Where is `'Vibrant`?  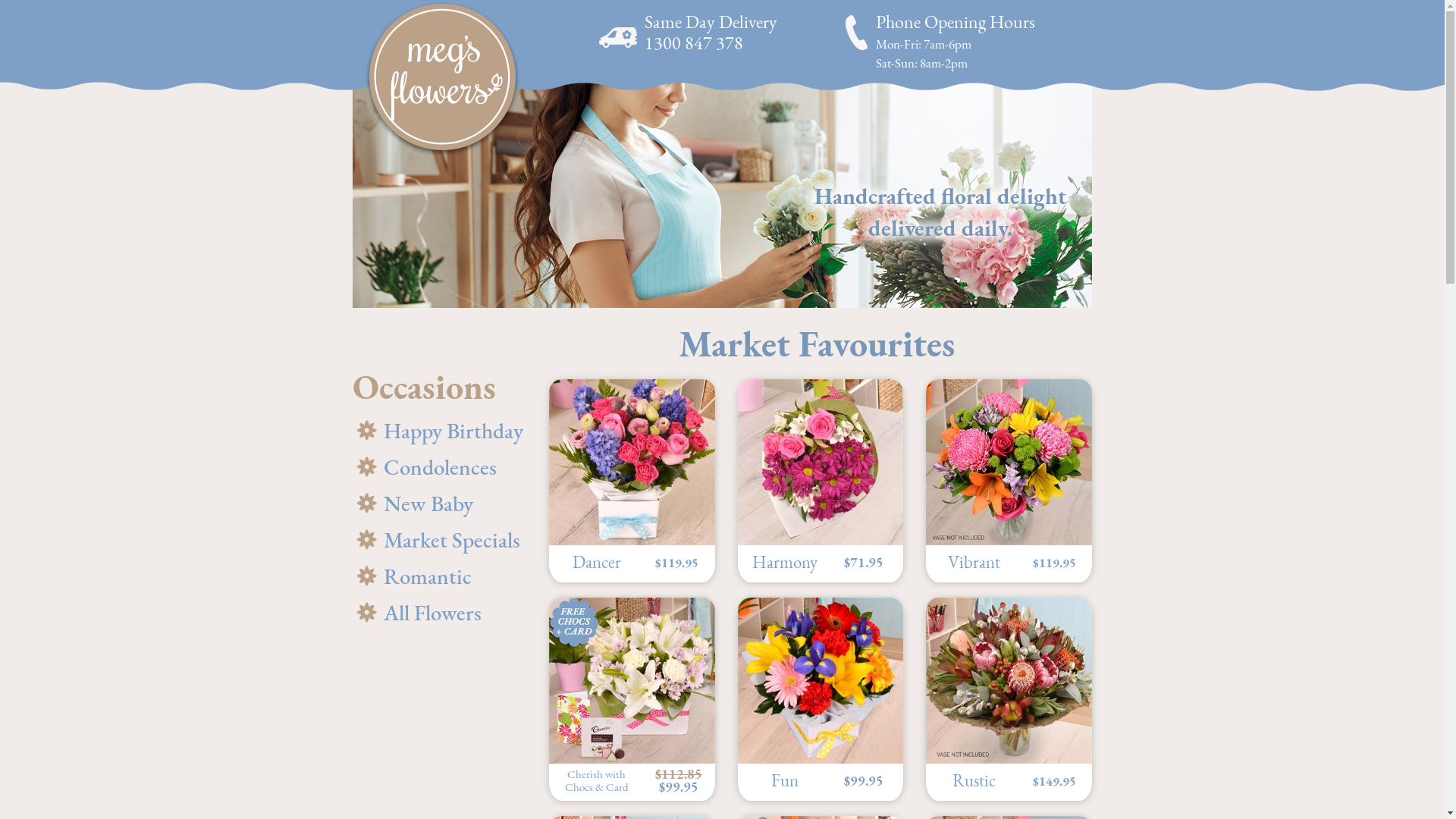 'Vibrant is located at coordinates (924, 480).